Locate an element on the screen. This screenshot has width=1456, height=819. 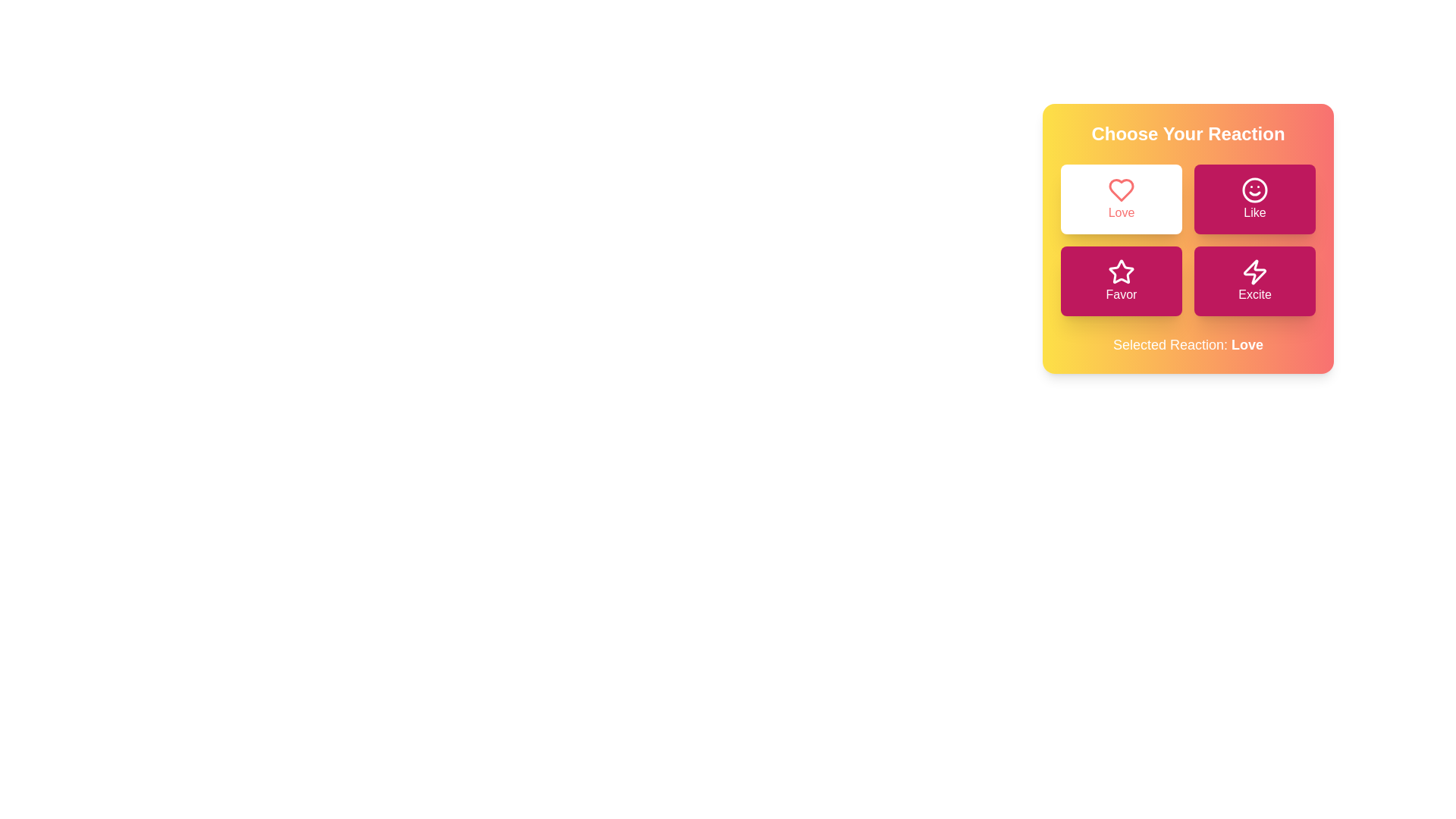
the button corresponding to the reaction Favor is located at coordinates (1121, 281).